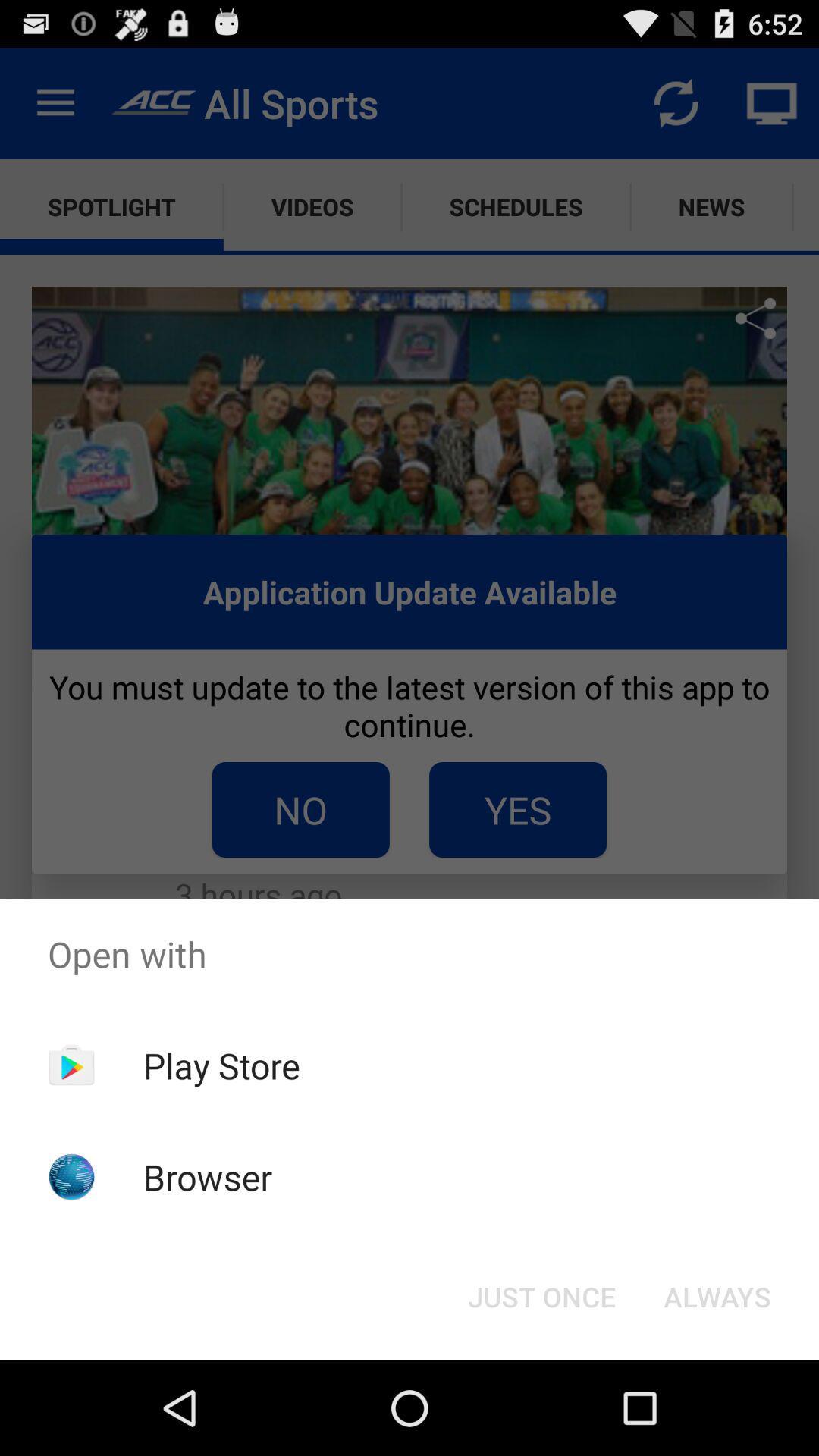 This screenshot has height=1456, width=819. What do you see at coordinates (717, 1295) in the screenshot?
I see `the always icon` at bounding box center [717, 1295].